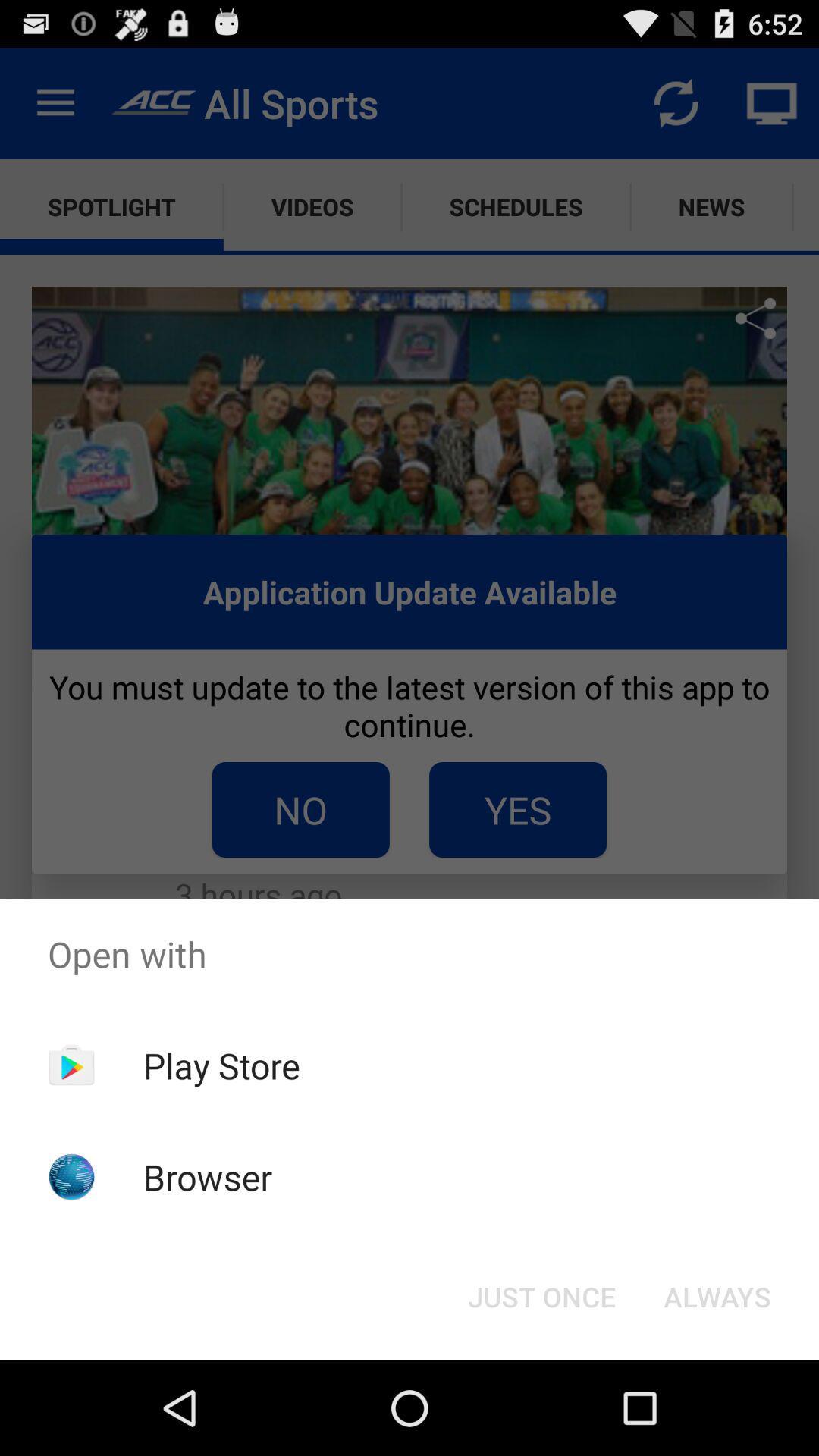 This screenshot has height=1456, width=819. What do you see at coordinates (717, 1295) in the screenshot?
I see `the always icon` at bounding box center [717, 1295].